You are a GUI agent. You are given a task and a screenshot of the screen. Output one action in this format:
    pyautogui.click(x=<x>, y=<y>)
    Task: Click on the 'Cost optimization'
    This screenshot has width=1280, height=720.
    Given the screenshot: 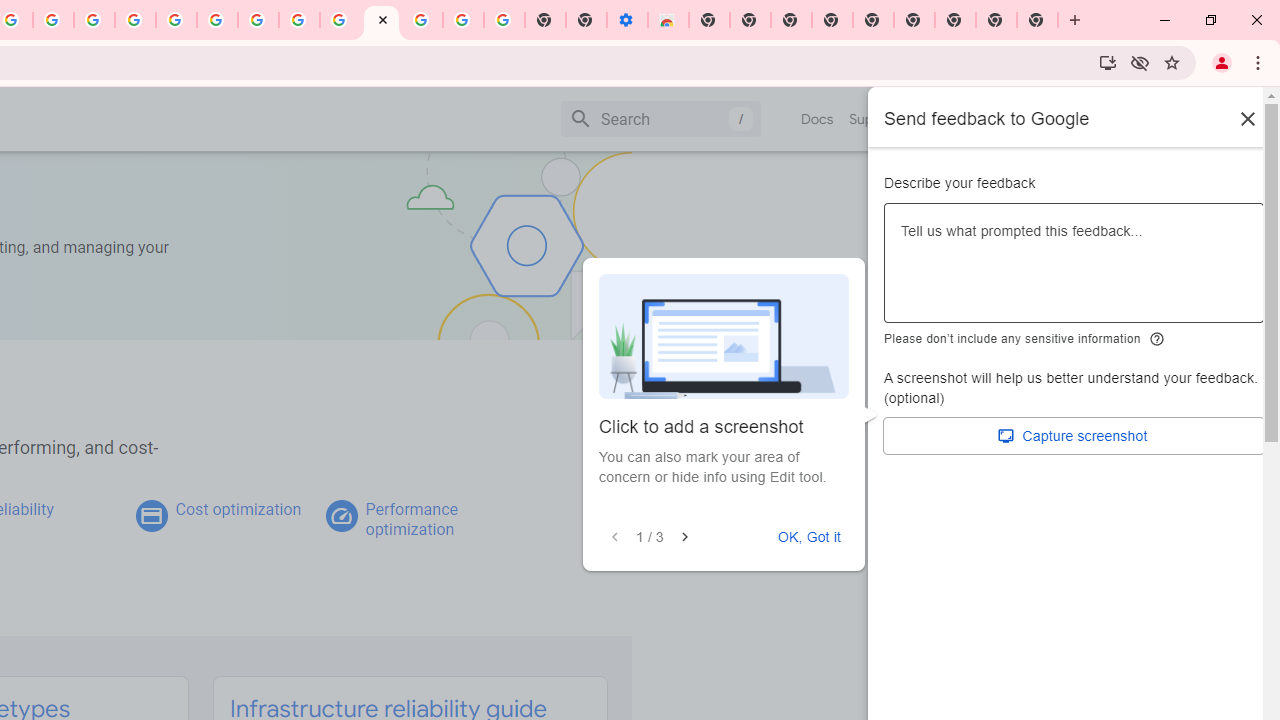 What is the action you would take?
    pyautogui.click(x=238, y=508)
    